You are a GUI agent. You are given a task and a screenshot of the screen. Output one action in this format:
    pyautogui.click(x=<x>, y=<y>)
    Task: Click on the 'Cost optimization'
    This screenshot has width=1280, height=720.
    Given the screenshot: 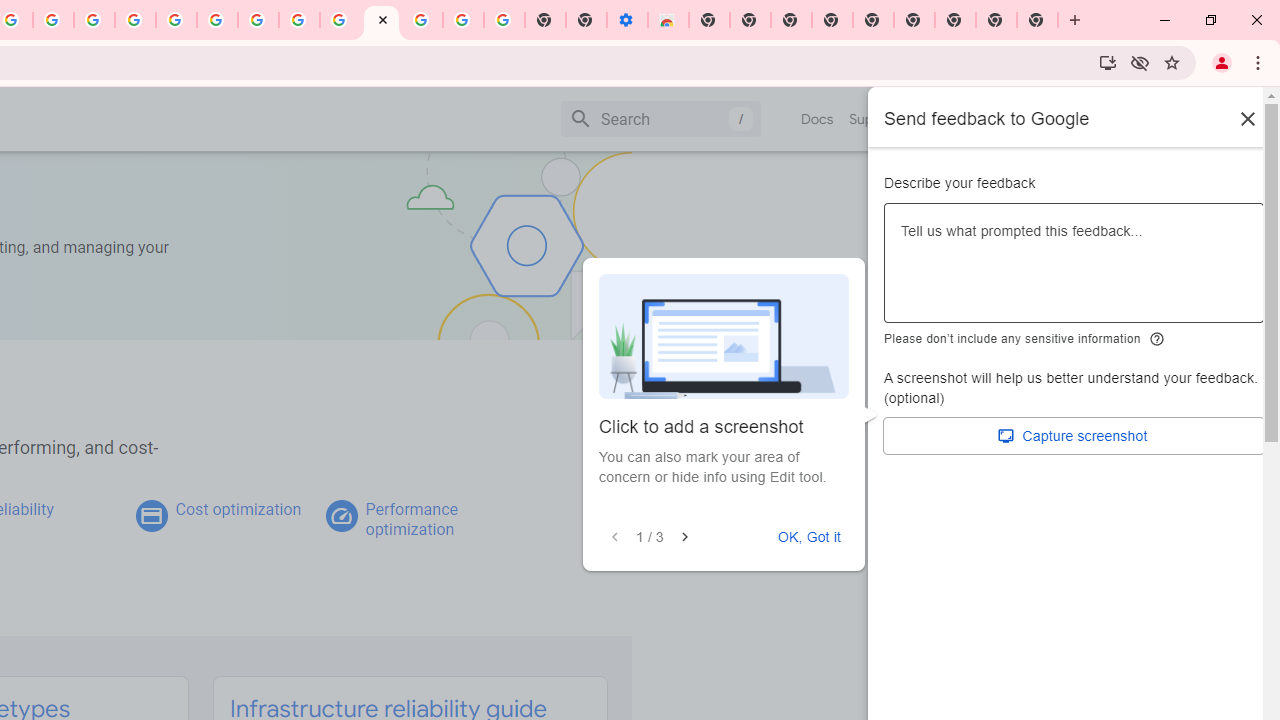 What is the action you would take?
    pyautogui.click(x=238, y=508)
    